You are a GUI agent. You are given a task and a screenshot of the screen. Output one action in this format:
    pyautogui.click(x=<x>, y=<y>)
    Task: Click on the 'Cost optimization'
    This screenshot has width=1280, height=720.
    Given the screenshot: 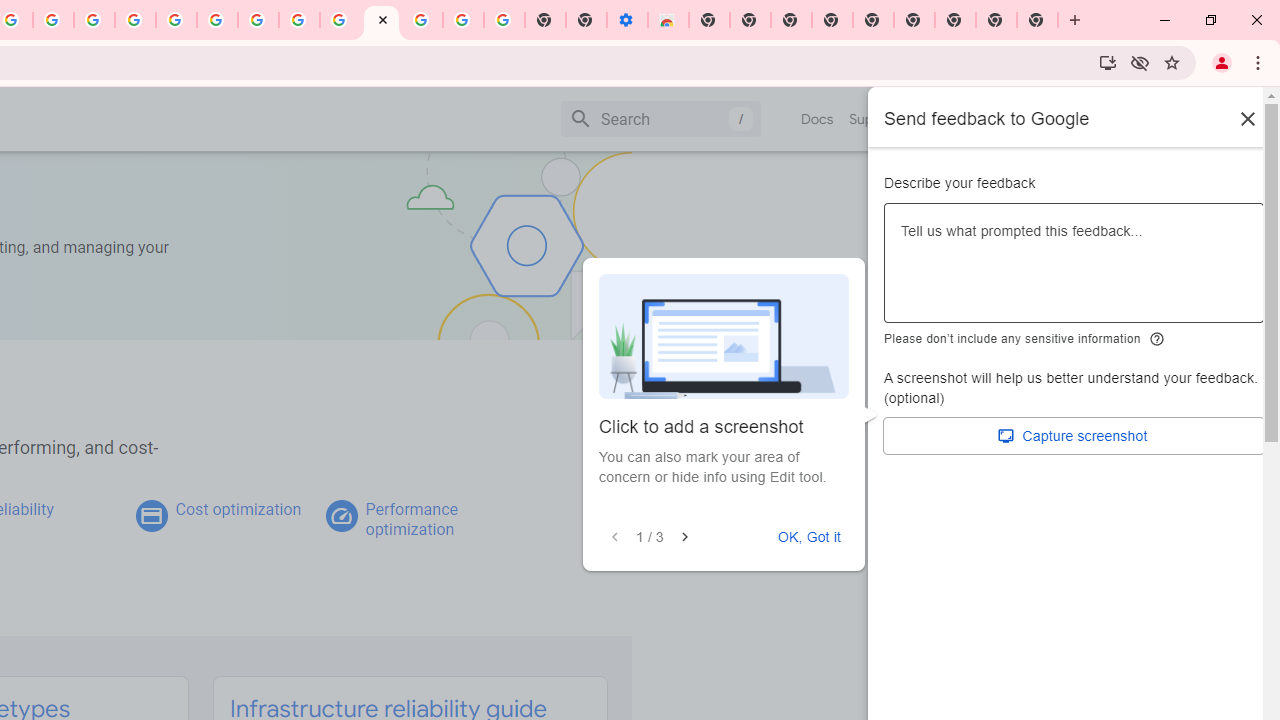 What is the action you would take?
    pyautogui.click(x=238, y=508)
    